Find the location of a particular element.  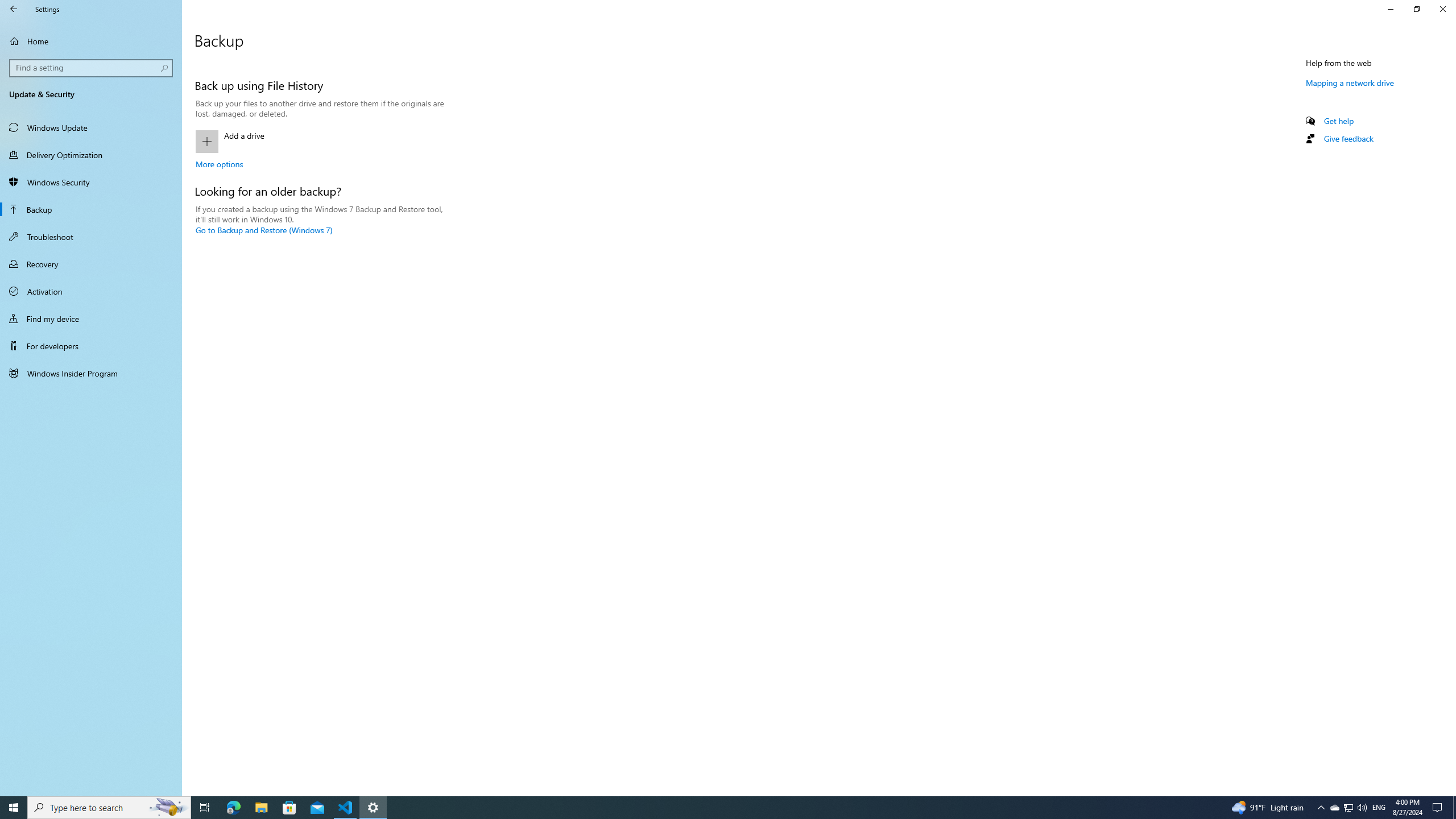

'More options' is located at coordinates (218, 163).